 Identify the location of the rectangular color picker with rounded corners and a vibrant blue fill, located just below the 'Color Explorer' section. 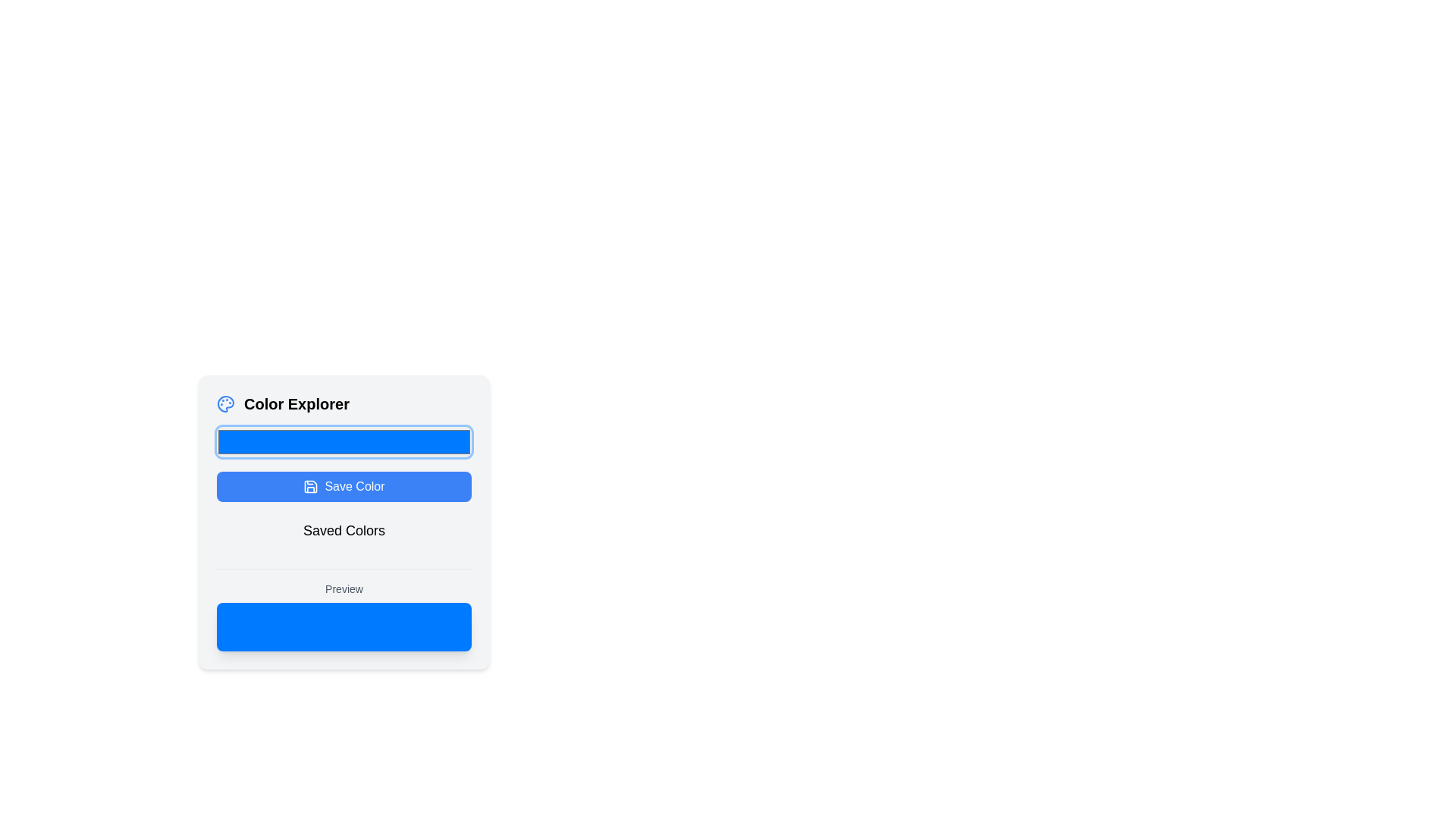
(344, 441).